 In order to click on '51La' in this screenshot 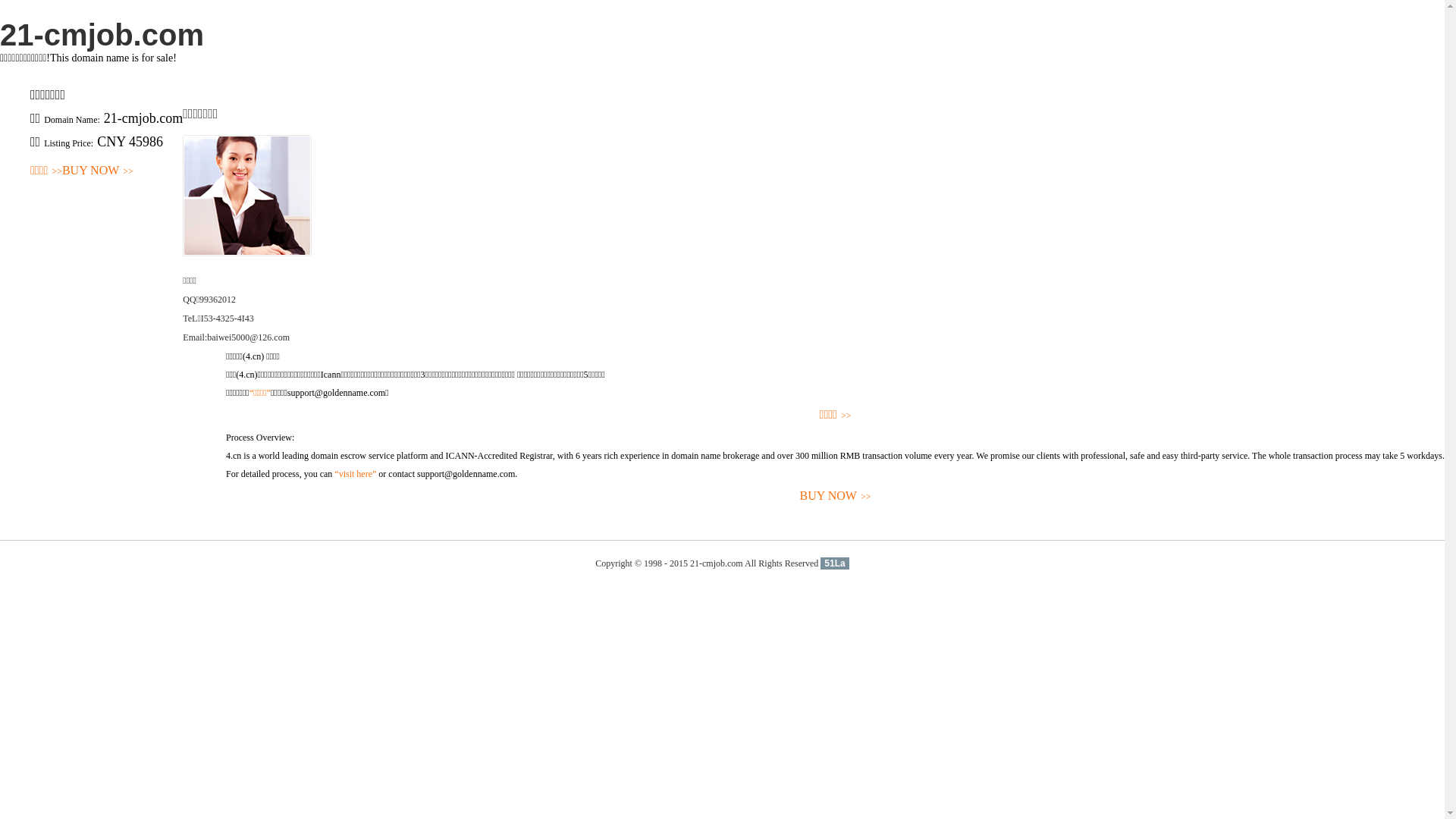, I will do `click(833, 563)`.